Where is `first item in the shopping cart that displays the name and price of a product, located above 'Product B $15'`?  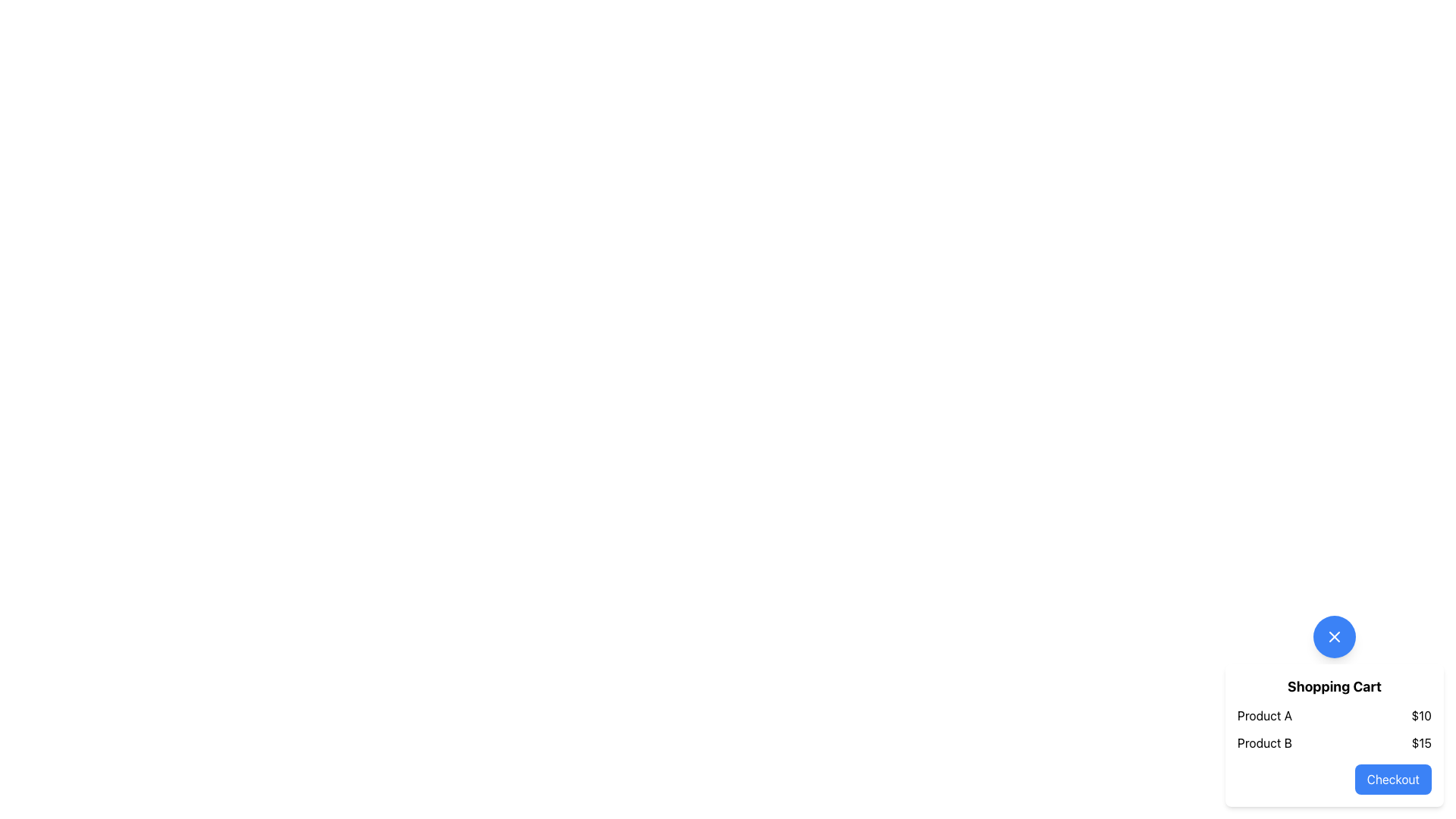 first item in the shopping cart that displays the name and price of a product, located above 'Product B $15' is located at coordinates (1335, 716).